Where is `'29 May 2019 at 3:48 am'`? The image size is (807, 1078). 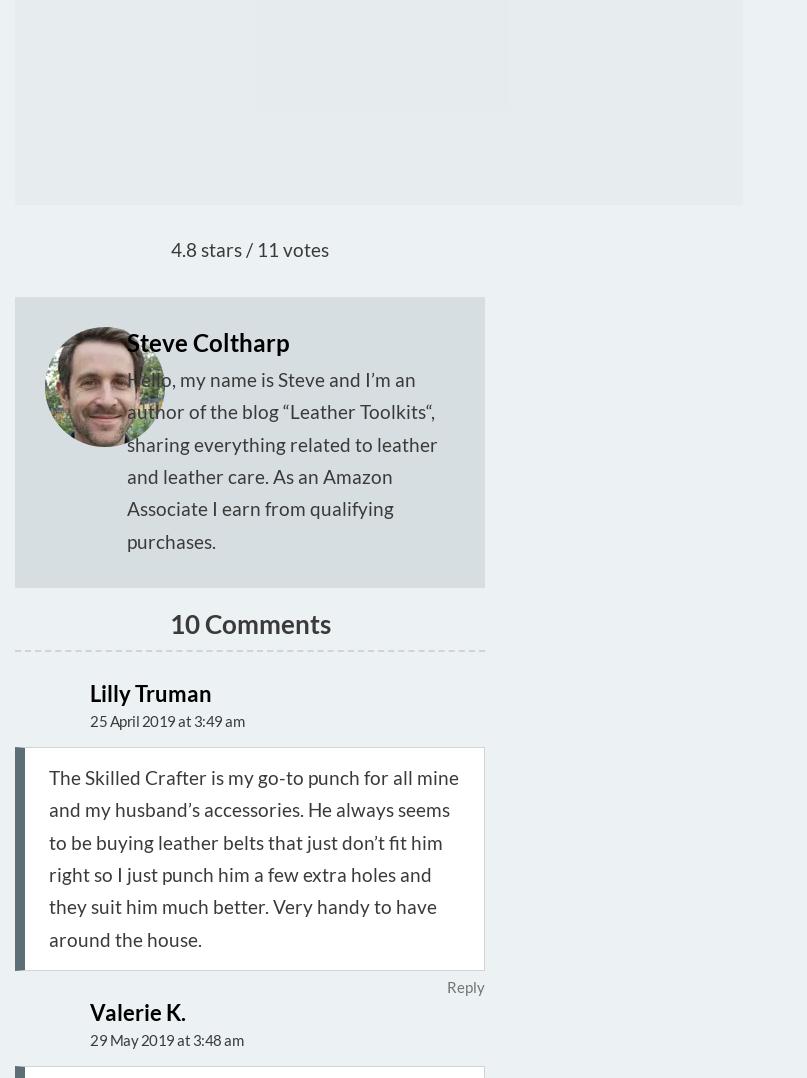 '29 May 2019 at 3:48 am' is located at coordinates (88, 1037).